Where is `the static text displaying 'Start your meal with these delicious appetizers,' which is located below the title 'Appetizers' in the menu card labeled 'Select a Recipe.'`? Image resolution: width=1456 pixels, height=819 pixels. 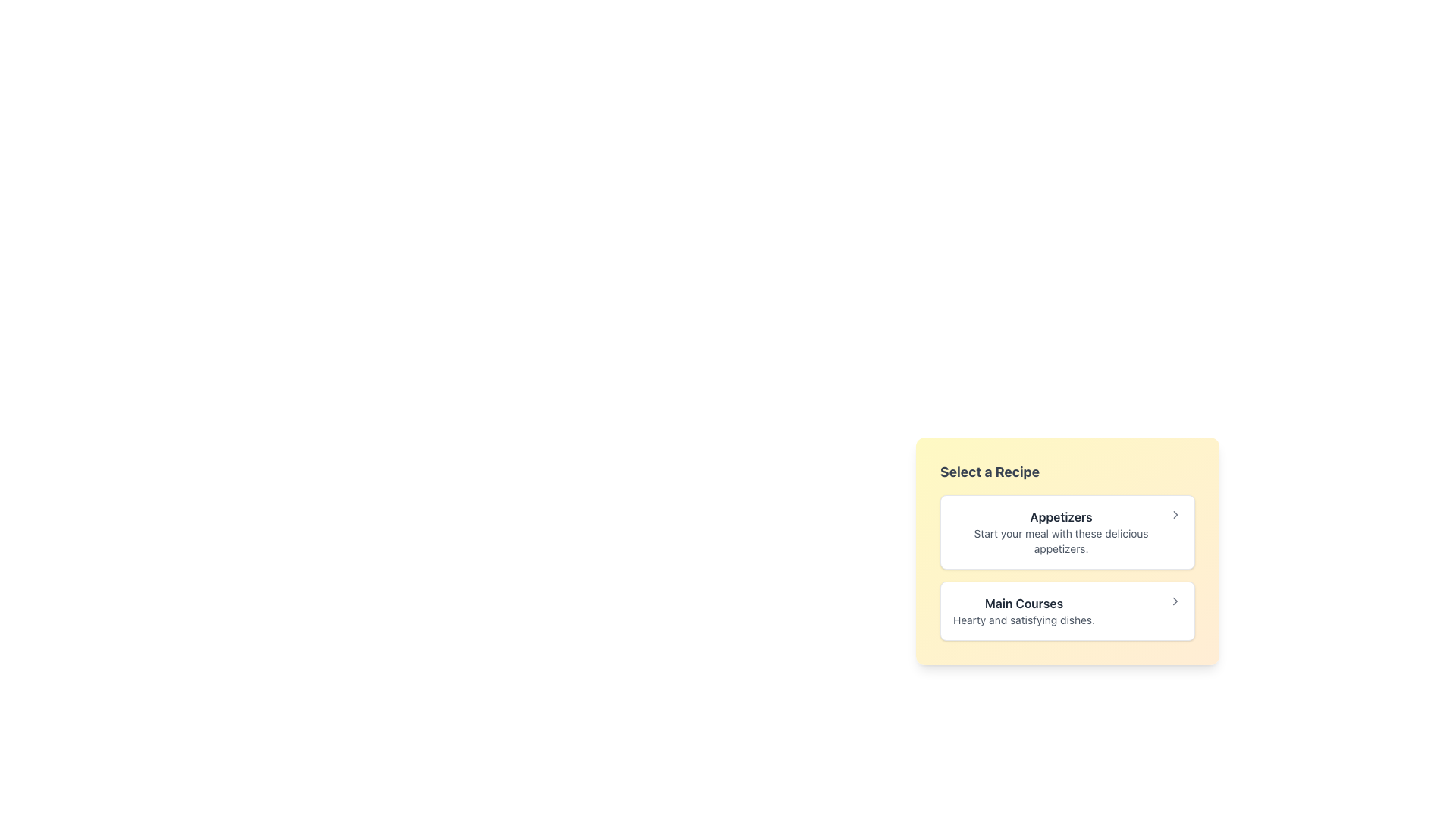
the static text displaying 'Start your meal with these delicious appetizers,' which is located below the title 'Appetizers' in the menu card labeled 'Select a Recipe.' is located at coordinates (1060, 540).